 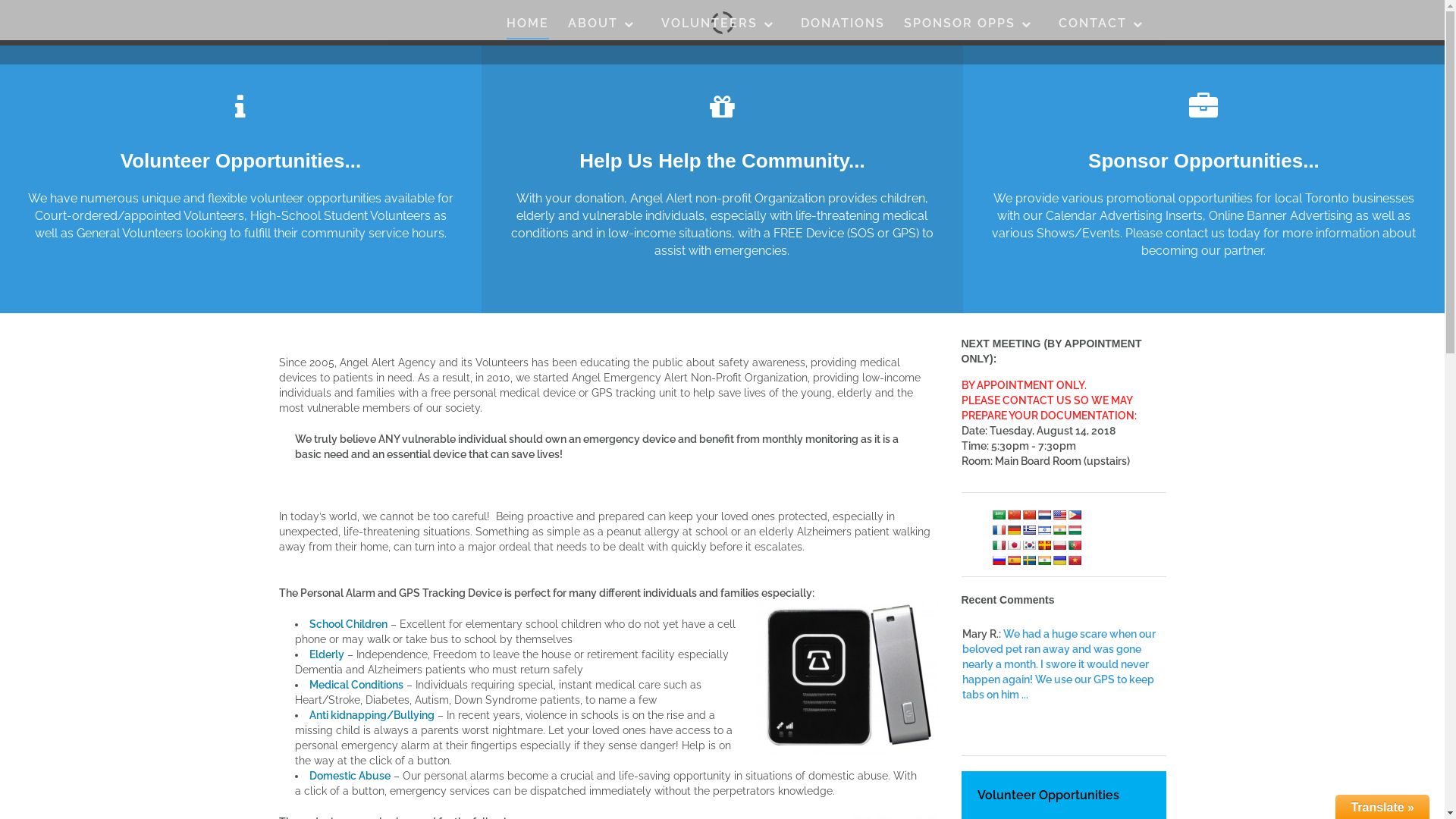 I want to click on 'SPONSOR OPPS', so click(x=971, y=26).